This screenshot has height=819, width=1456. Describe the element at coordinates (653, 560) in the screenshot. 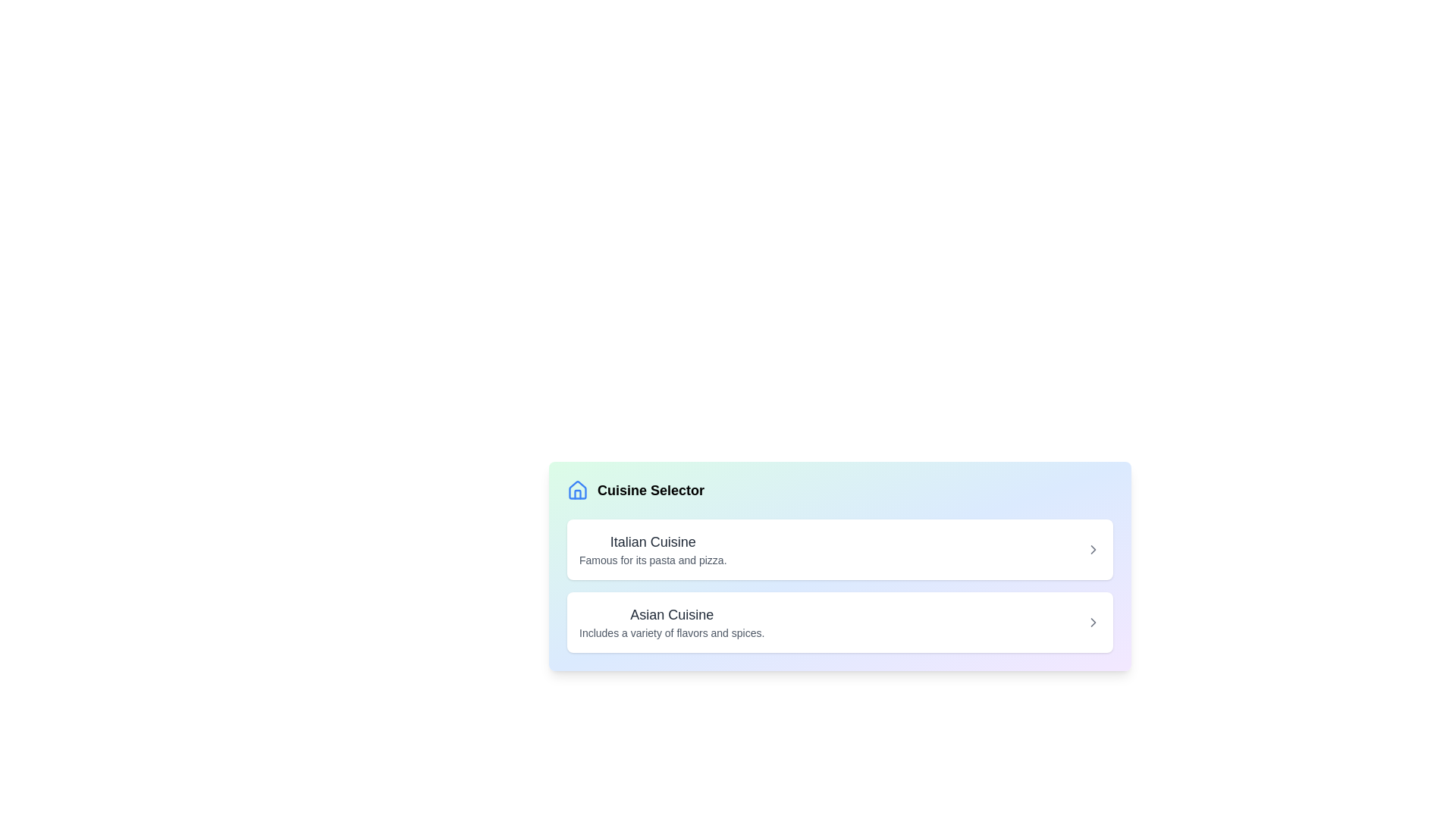

I see `the text block that states 'Famous for its pasta and pizza.', which is styled in a small font size and light gray color, positioned below the title 'Italian Cuisine'` at that location.